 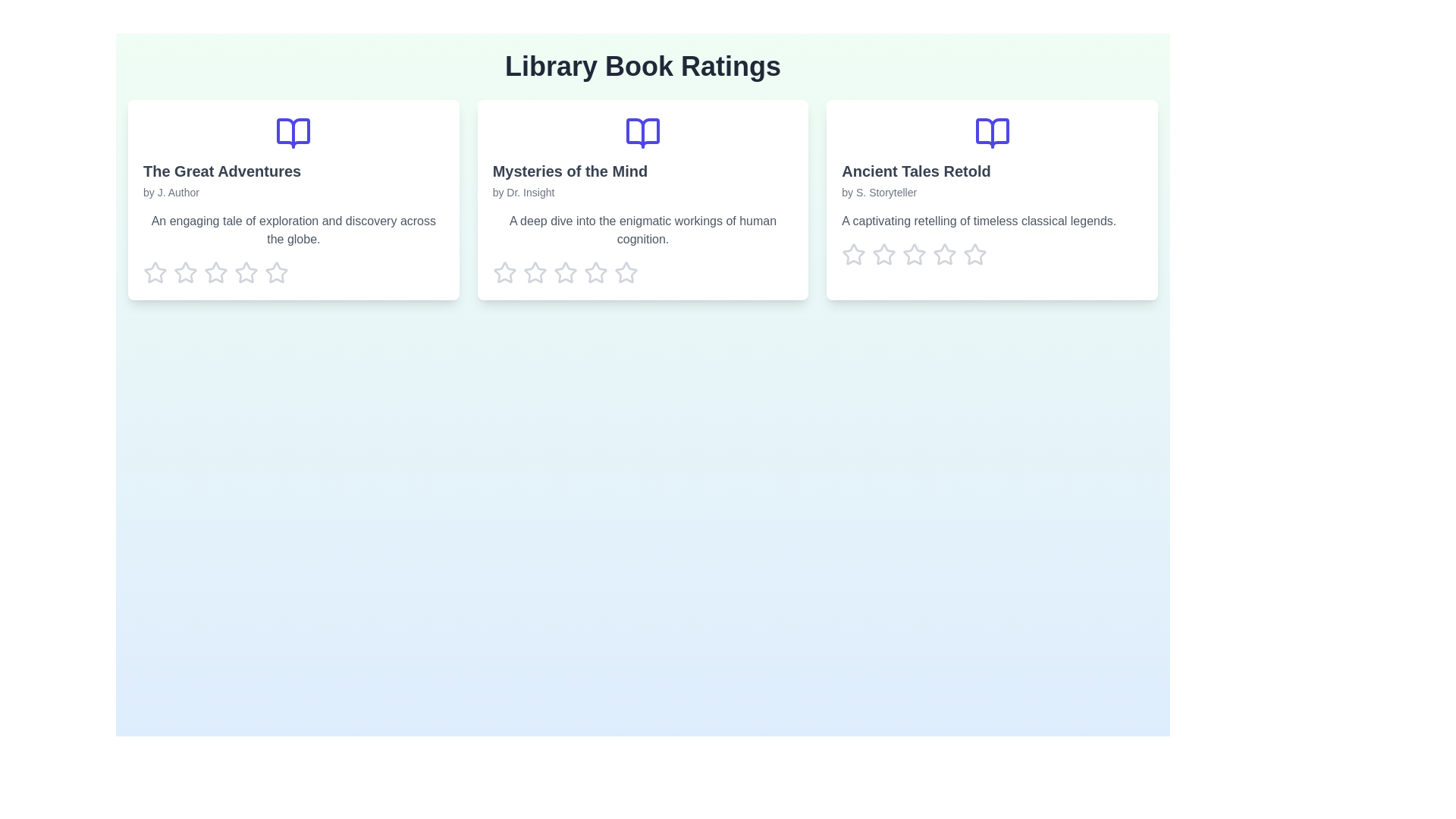 What do you see at coordinates (215, 271) in the screenshot?
I see `the rating for a book to 3 stars by clicking on the corresponding star` at bounding box center [215, 271].